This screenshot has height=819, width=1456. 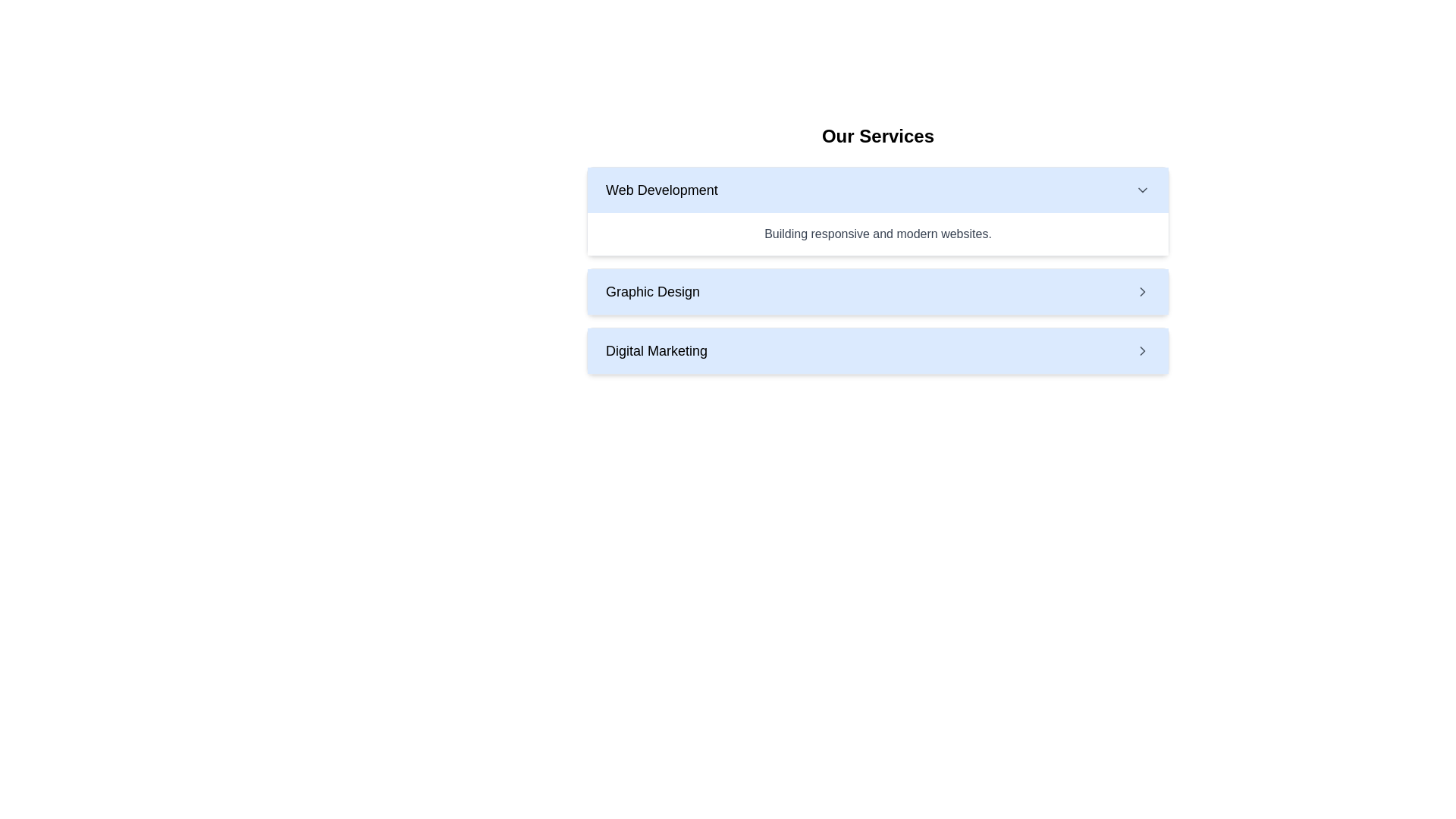 What do you see at coordinates (1143, 350) in the screenshot?
I see `the right-pointing arrowhead icon within the SVG graphic element located in the 'Our Services' section, which is associated with navigation or expansion` at bounding box center [1143, 350].